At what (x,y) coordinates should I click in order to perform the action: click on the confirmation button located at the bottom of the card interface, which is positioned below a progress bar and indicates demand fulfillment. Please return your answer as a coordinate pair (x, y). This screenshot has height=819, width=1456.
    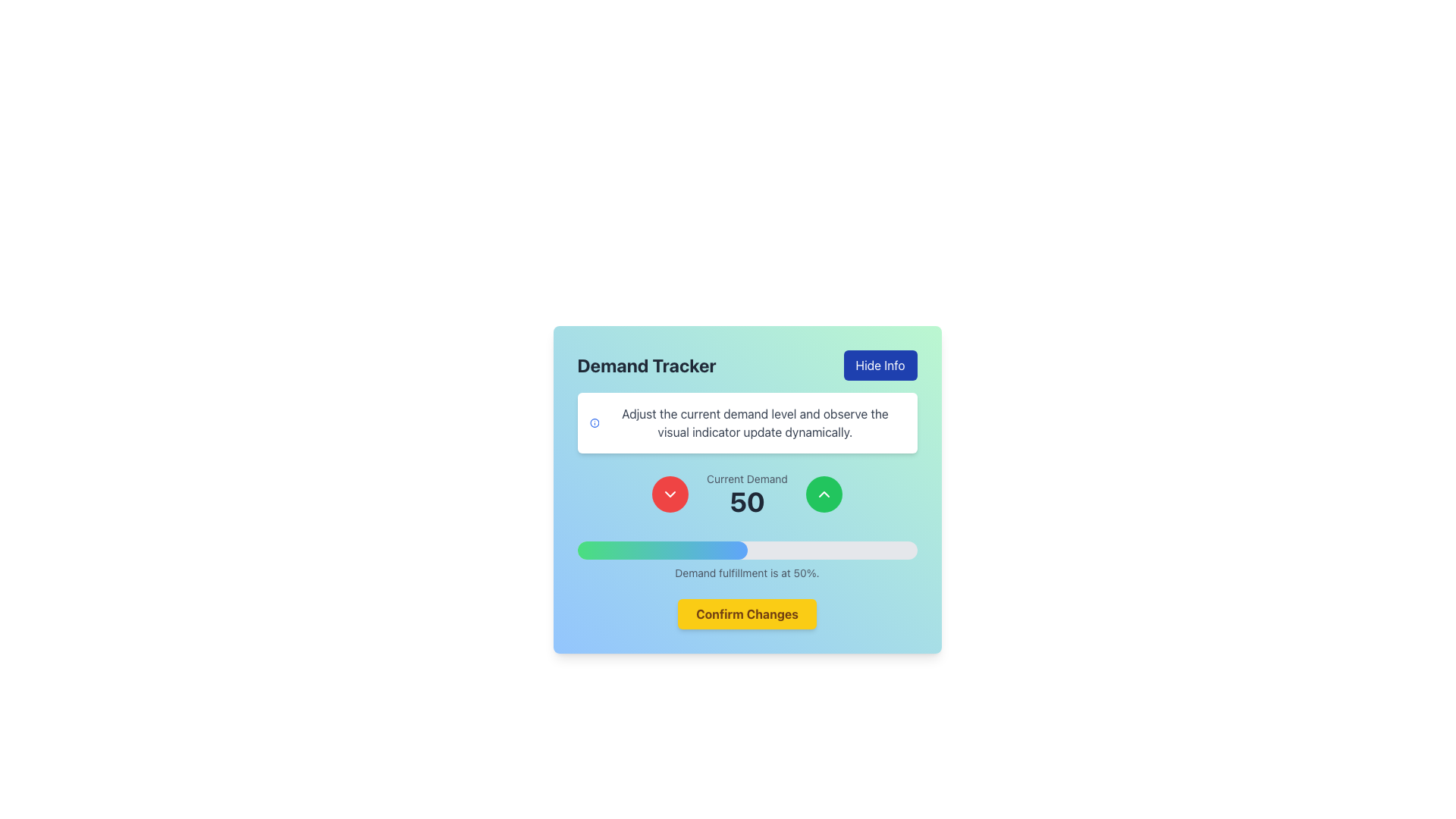
    Looking at the image, I should click on (747, 614).